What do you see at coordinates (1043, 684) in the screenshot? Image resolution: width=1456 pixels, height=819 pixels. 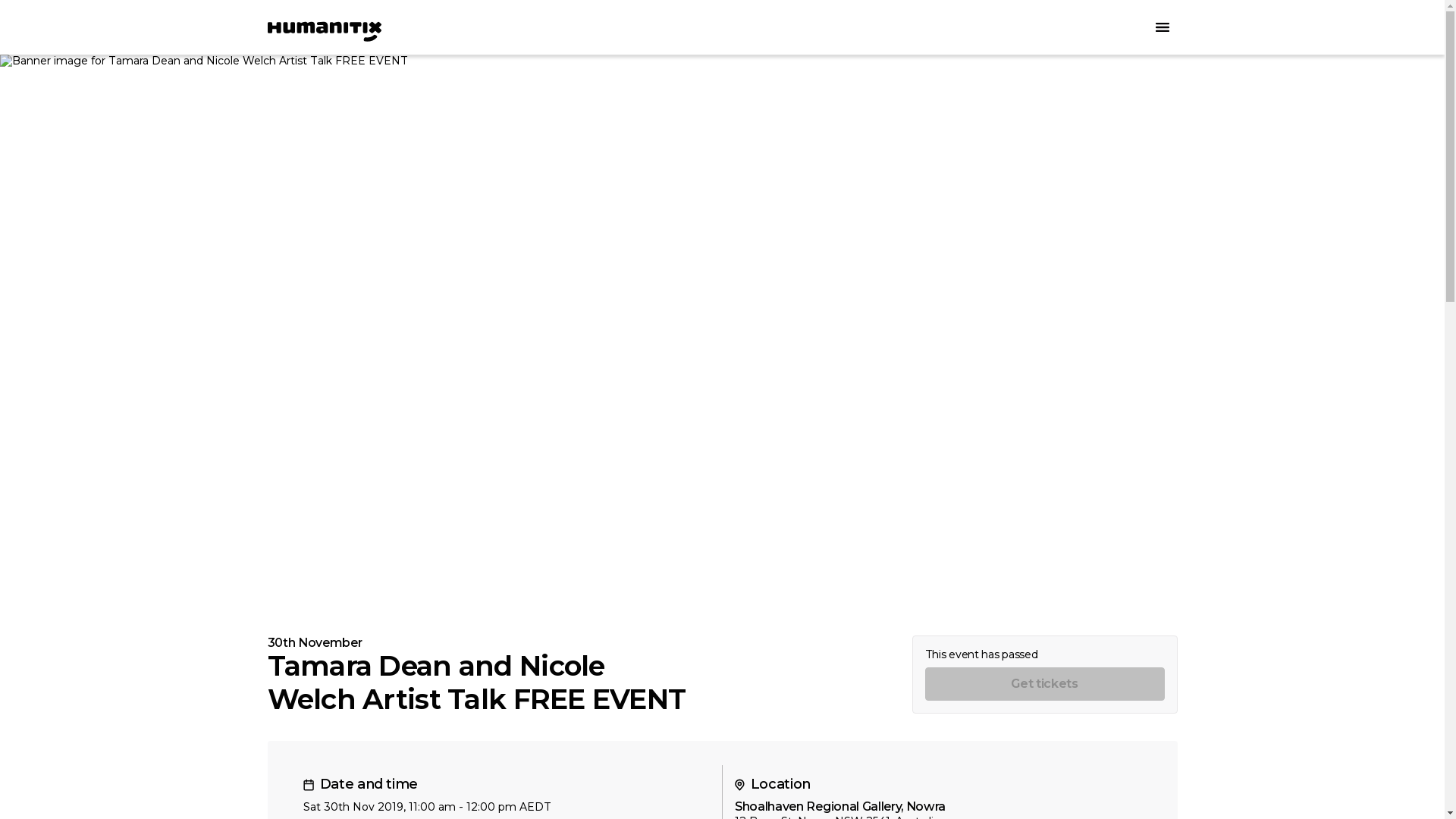 I see `'Get tickets'` at bounding box center [1043, 684].